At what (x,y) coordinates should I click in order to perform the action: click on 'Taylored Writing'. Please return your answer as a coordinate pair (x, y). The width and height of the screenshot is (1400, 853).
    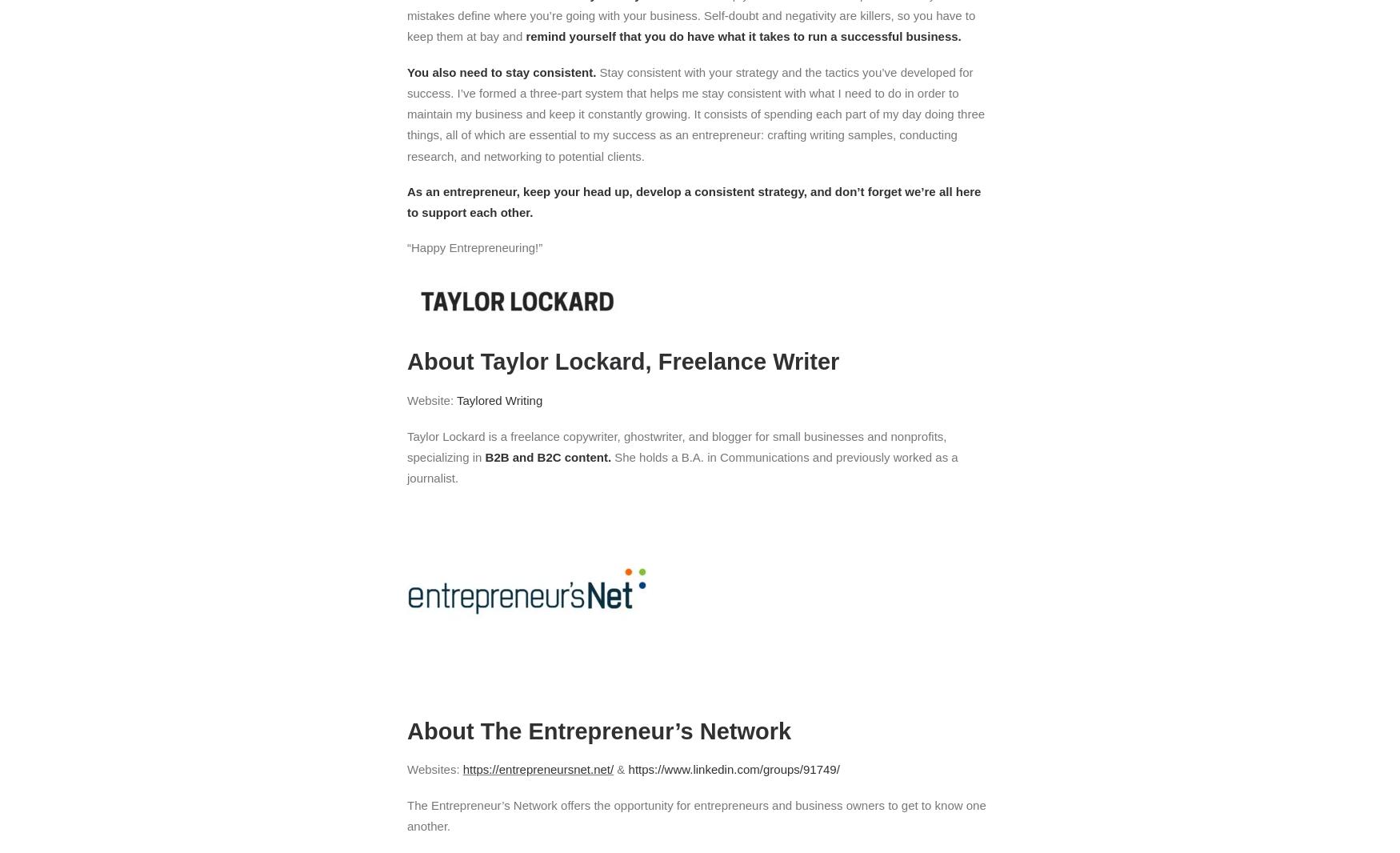
    Looking at the image, I should click on (499, 400).